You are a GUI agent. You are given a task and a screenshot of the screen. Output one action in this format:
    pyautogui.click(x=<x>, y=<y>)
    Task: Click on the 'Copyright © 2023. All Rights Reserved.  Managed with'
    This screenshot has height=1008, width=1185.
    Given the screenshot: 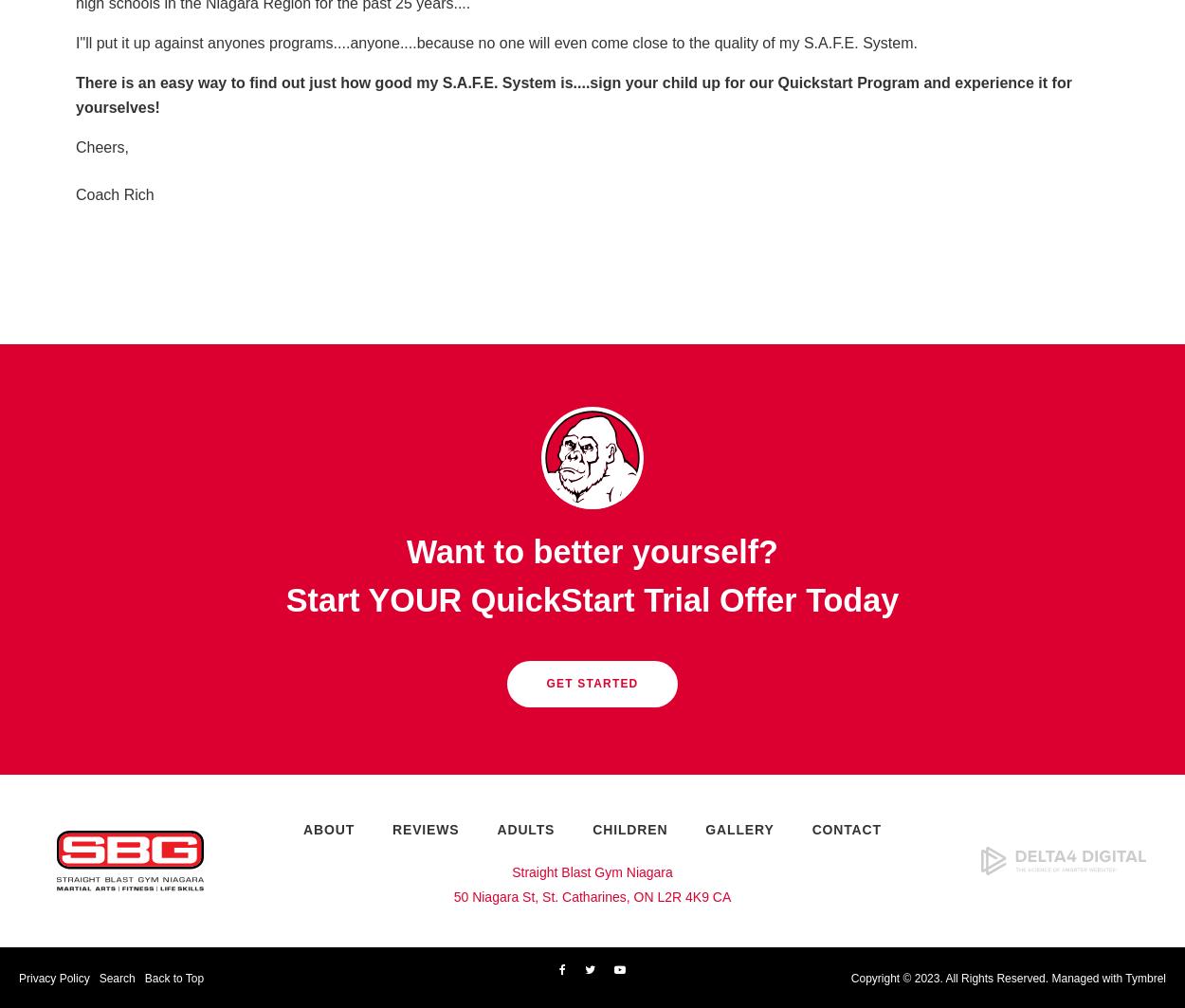 What is the action you would take?
    pyautogui.click(x=988, y=977)
    